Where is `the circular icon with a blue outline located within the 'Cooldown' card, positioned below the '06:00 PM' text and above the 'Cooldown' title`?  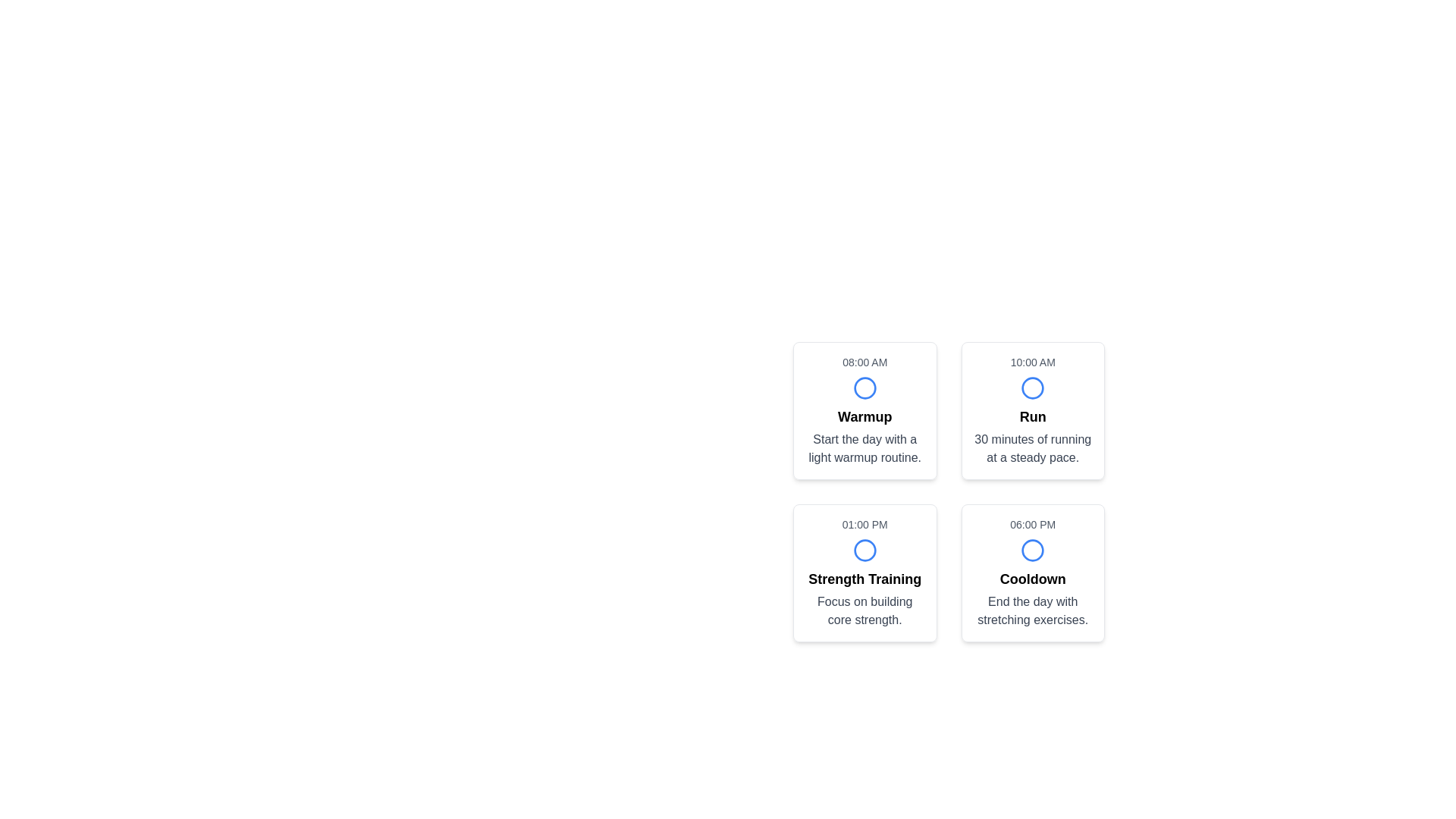 the circular icon with a blue outline located within the 'Cooldown' card, positioned below the '06:00 PM' text and above the 'Cooldown' title is located at coordinates (1032, 550).